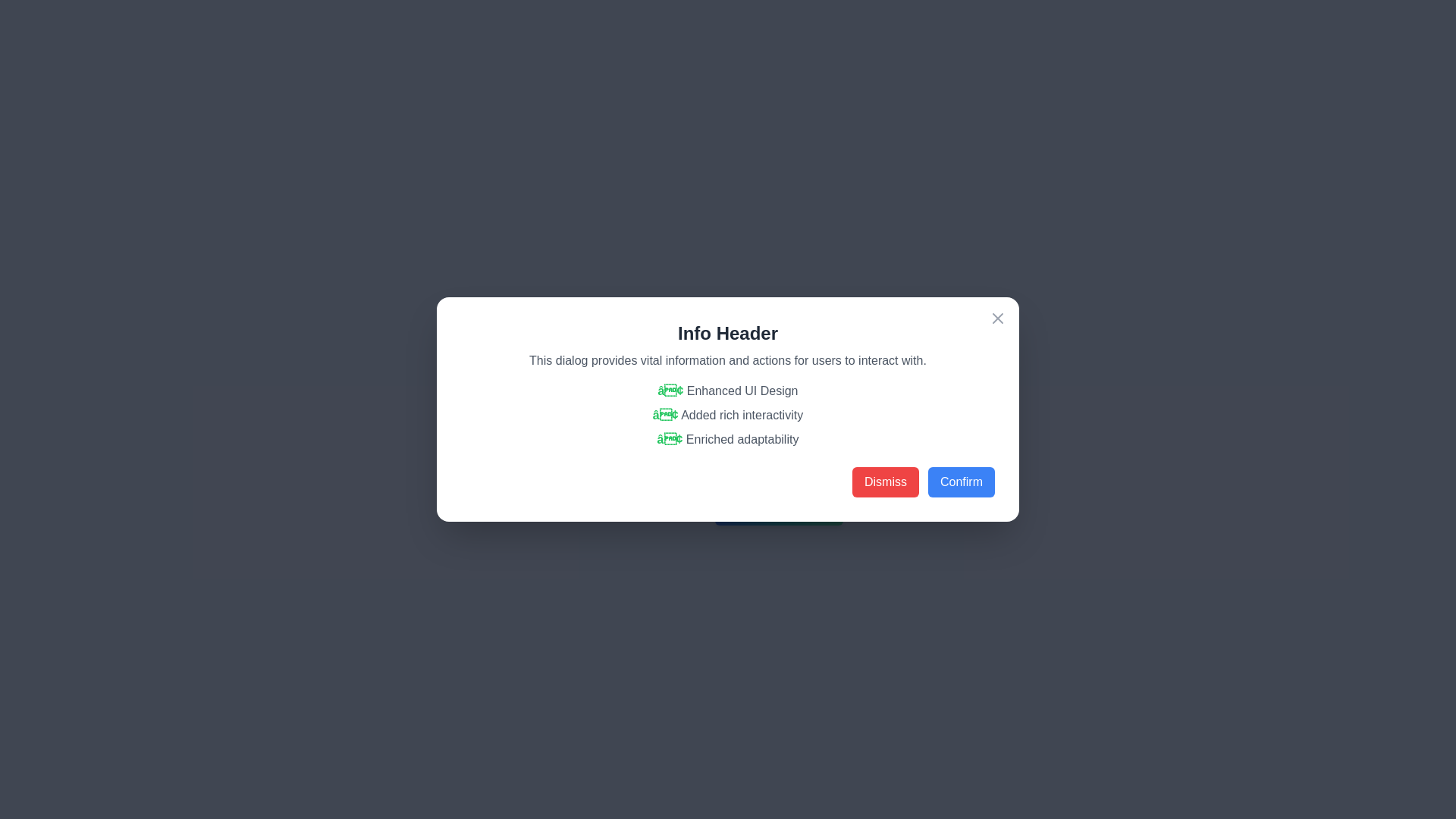 The height and width of the screenshot is (819, 1456). Describe the element at coordinates (728, 439) in the screenshot. I see `the Plain list item displaying the text '• Enriched adaptability' by moving the cursor to its center point` at that location.